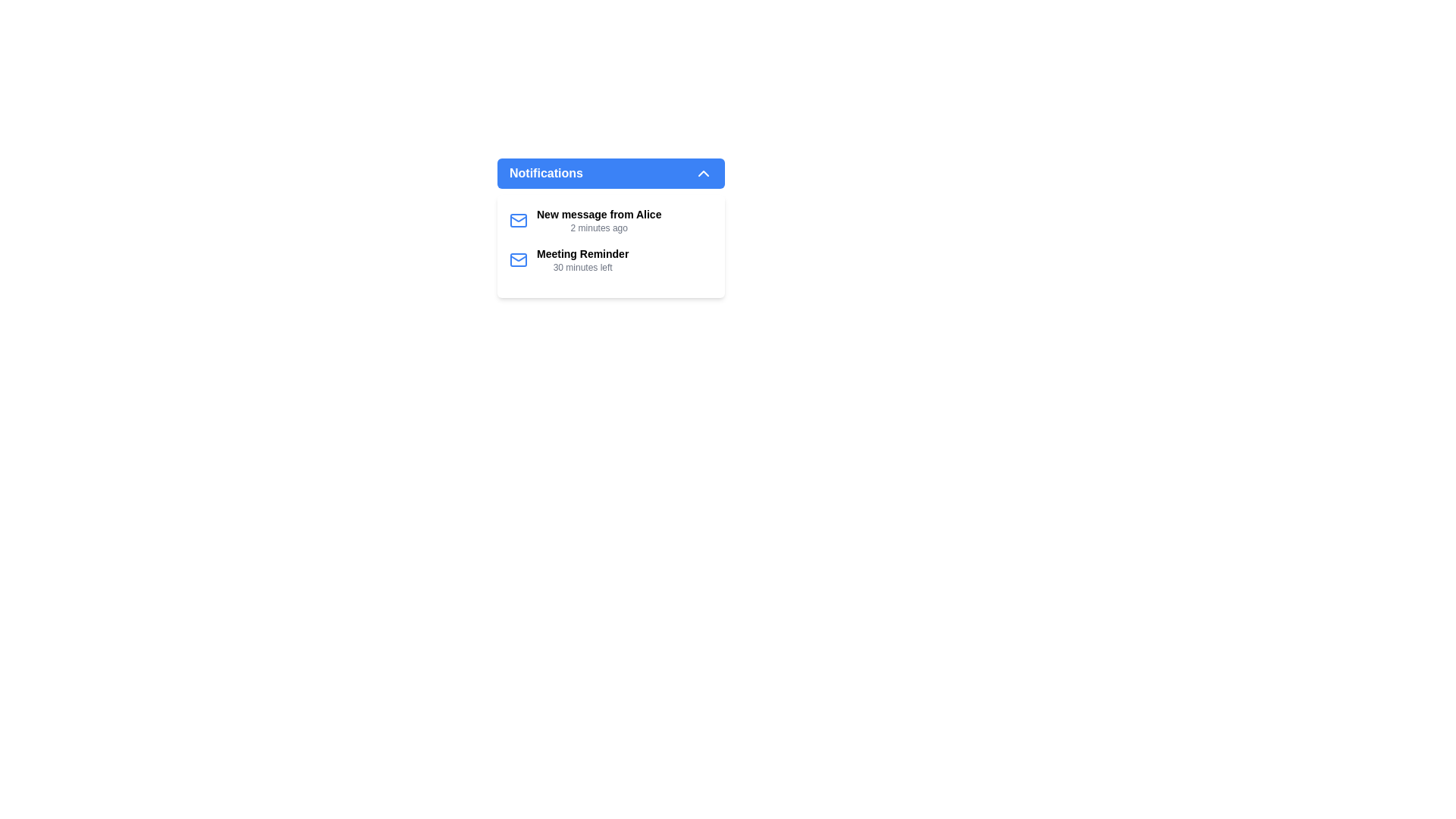 The height and width of the screenshot is (819, 1456). I want to click on the first notification, so click(598, 220).